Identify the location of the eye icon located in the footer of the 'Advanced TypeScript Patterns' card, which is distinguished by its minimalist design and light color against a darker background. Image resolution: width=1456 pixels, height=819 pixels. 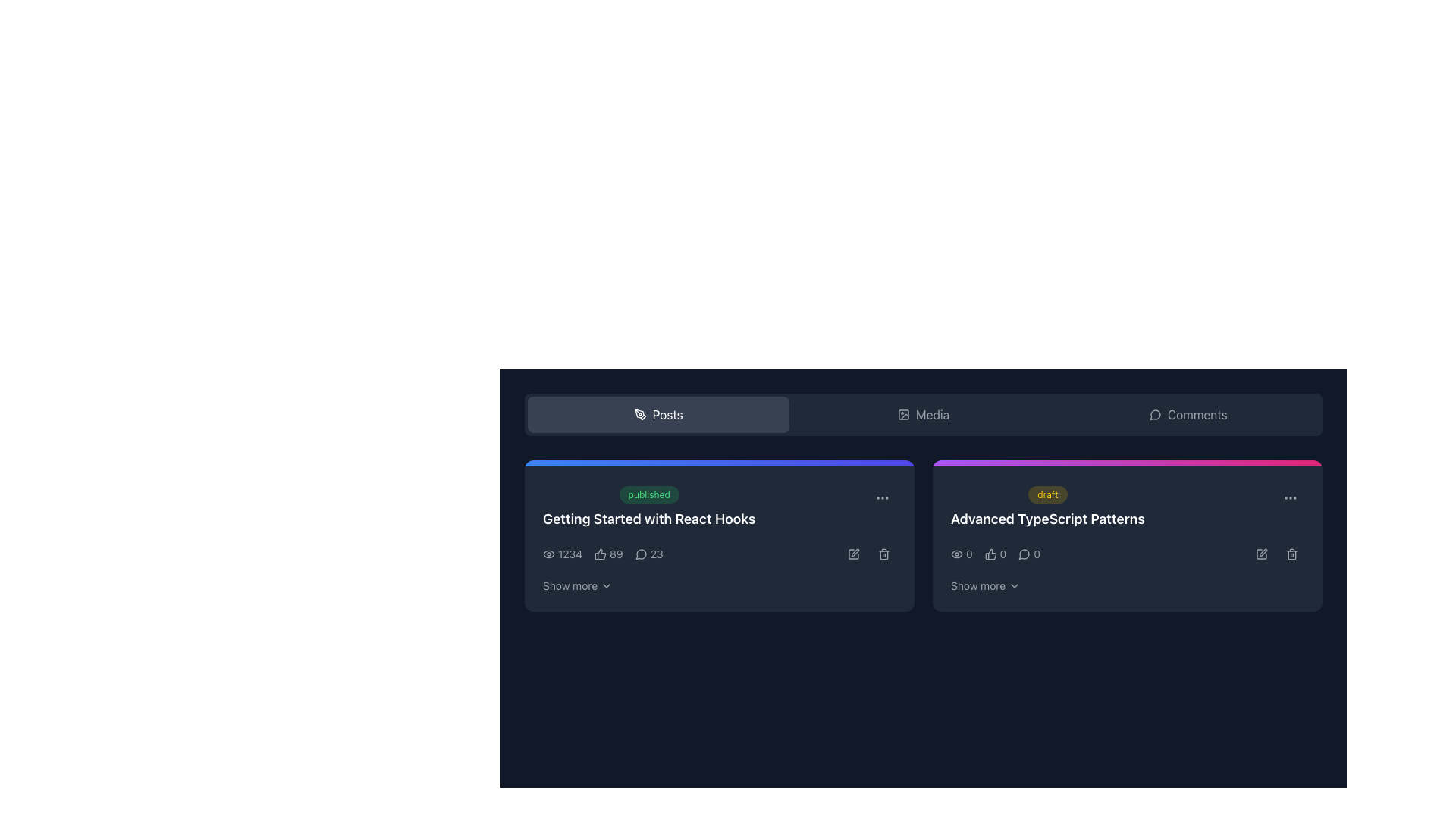
(956, 554).